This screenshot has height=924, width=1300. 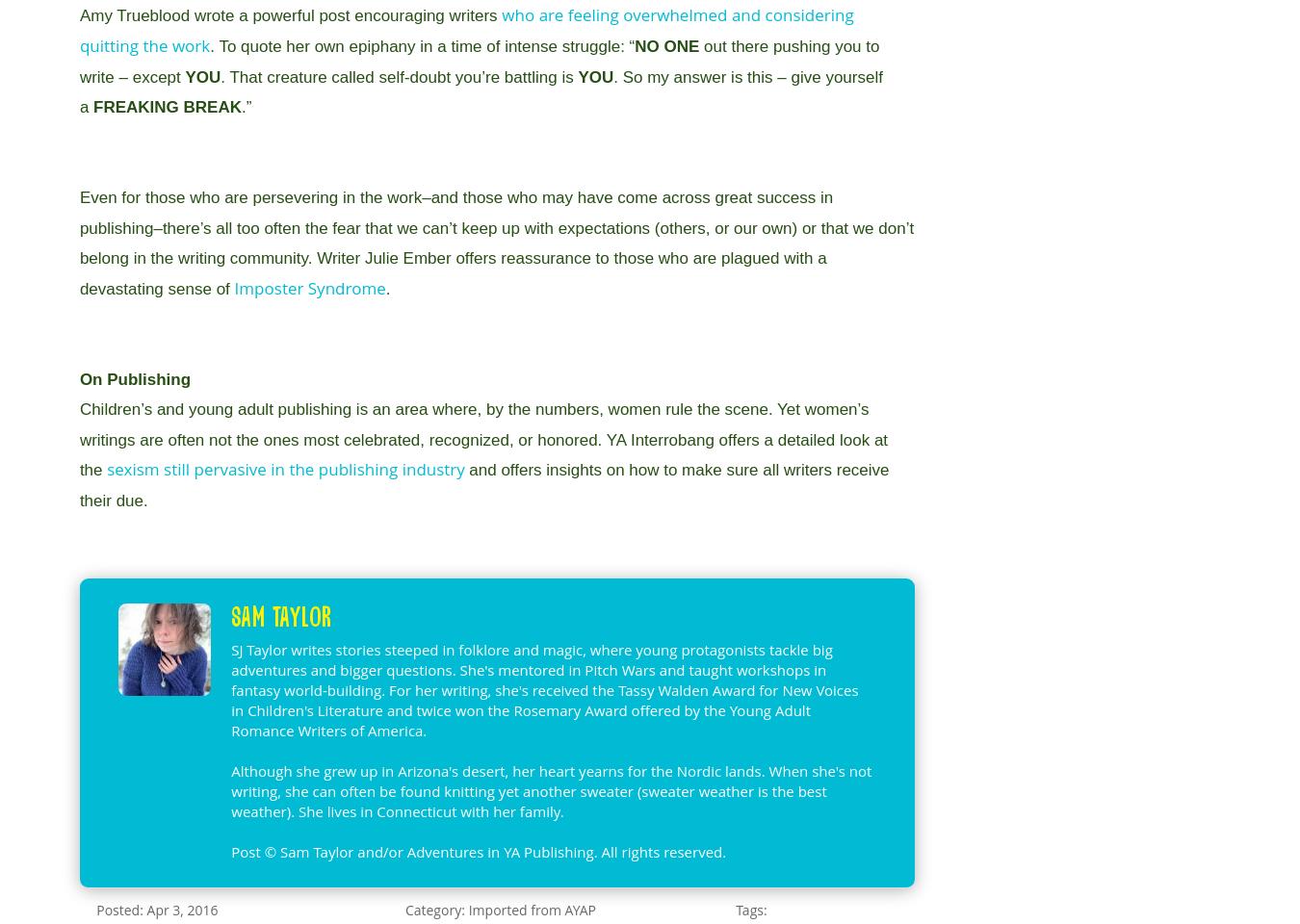 What do you see at coordinates (168, 107) in the screenshot?
I see `'FREAKING BREAK'` at bounding box center [168, 107].